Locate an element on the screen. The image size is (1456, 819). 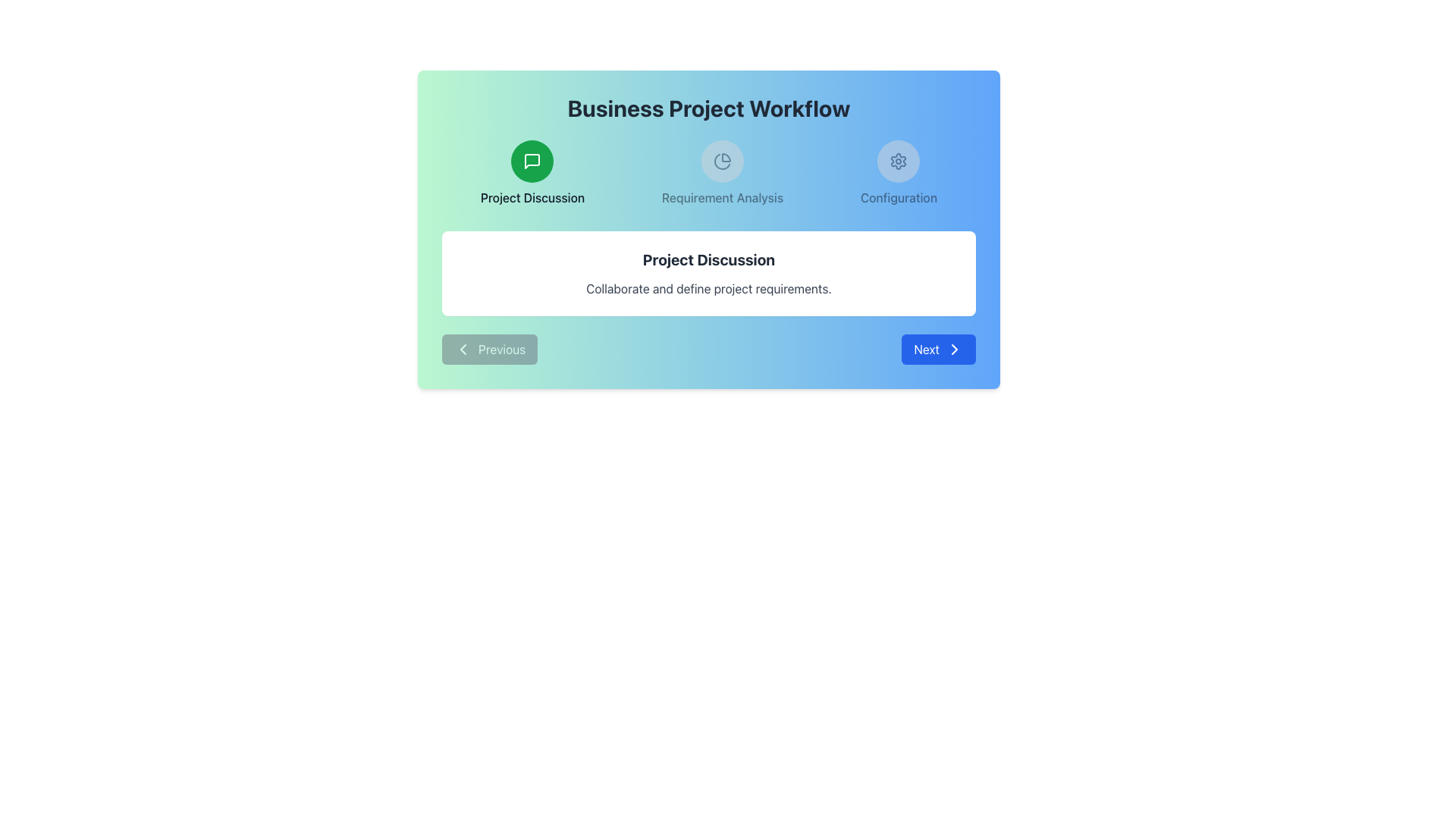
the configuration settings icon located at the top right within the 'Configuration' section of the interface is located at coordinates (899, 161).